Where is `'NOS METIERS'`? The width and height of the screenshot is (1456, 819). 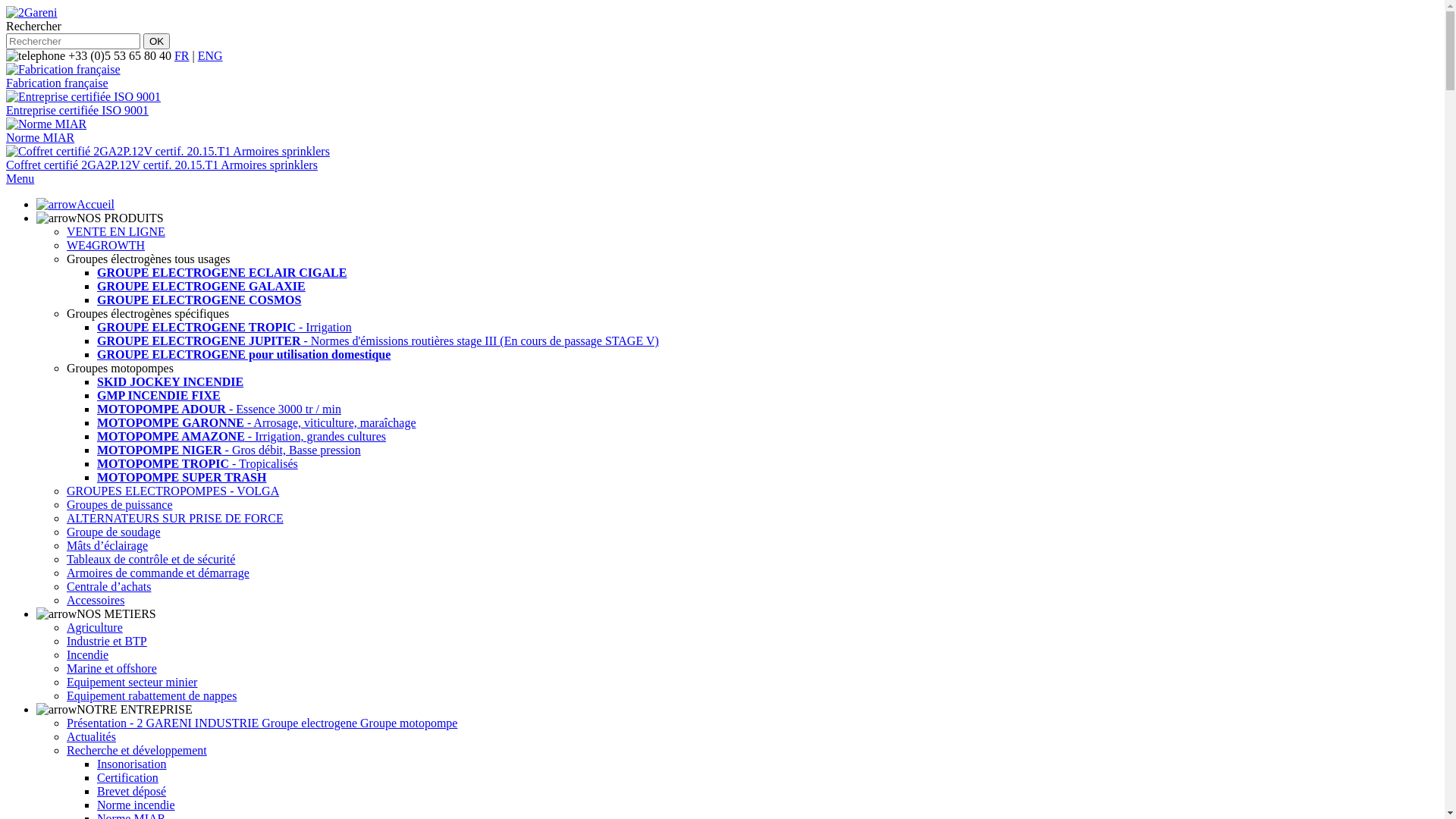 'NOS METIERS' is located at coordinates (95, 613).